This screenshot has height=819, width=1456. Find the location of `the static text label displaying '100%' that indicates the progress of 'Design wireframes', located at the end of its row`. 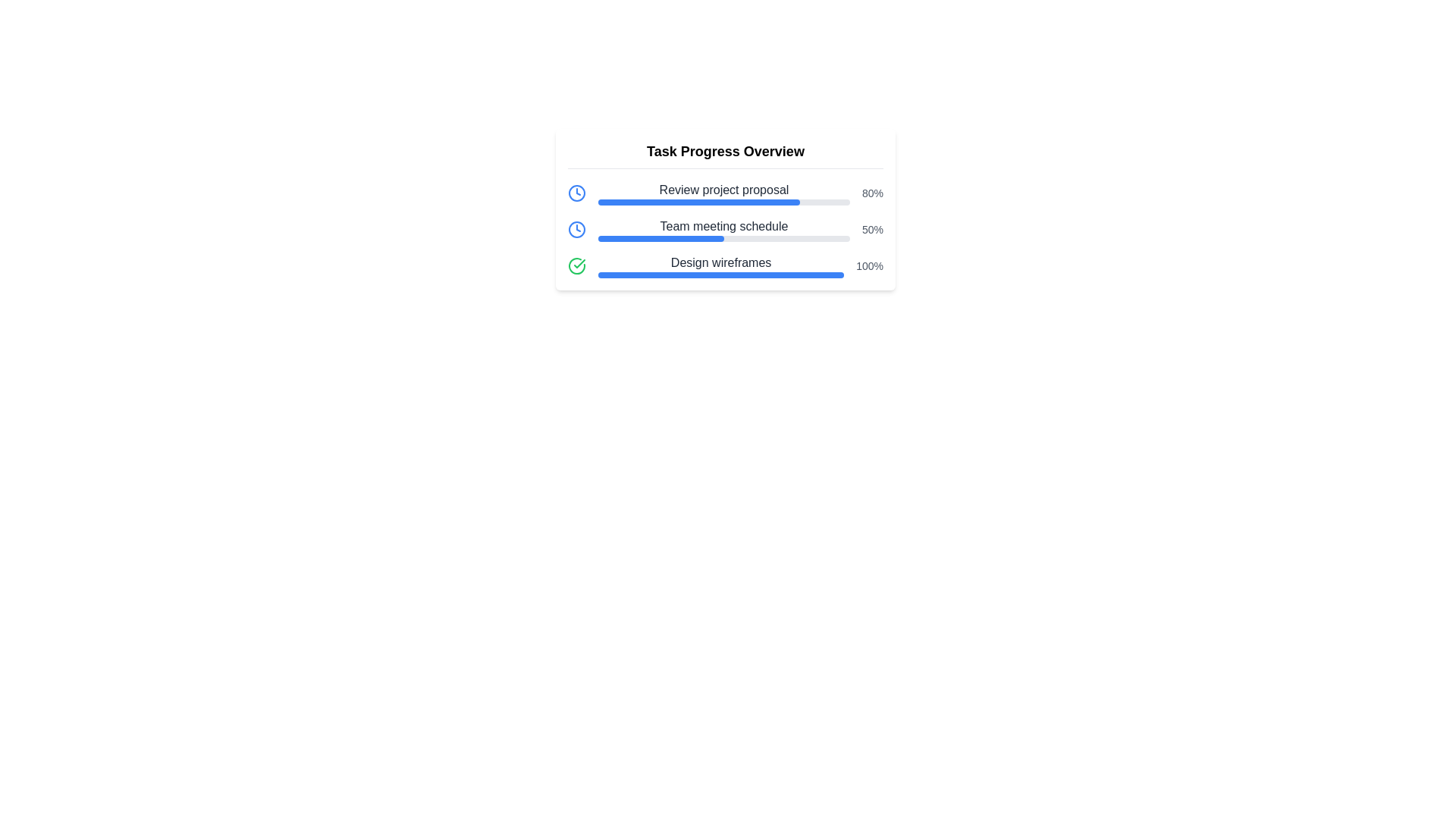

the static text label displaying '100%' that indicates the progress of 'Design wireframes', located at the end of its row is located at coordinates (870, 265).